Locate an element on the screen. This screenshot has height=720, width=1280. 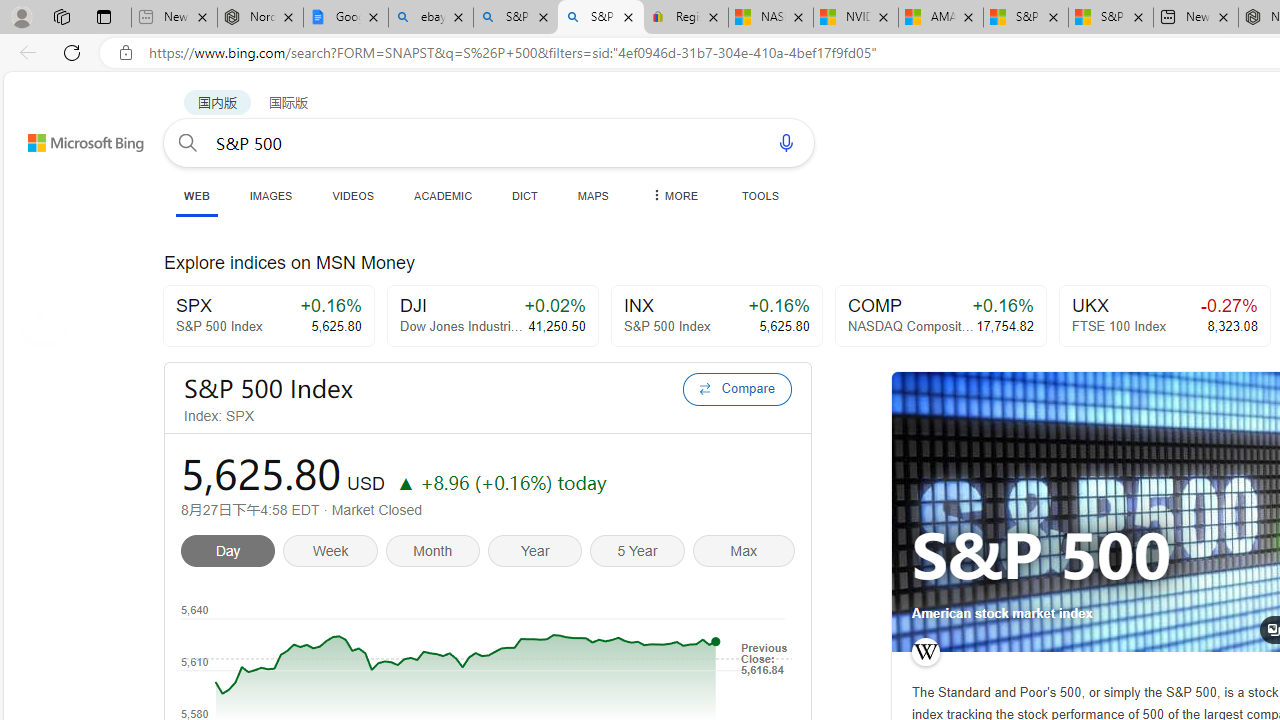
'5 Year' is located at coordinates (641, 553).